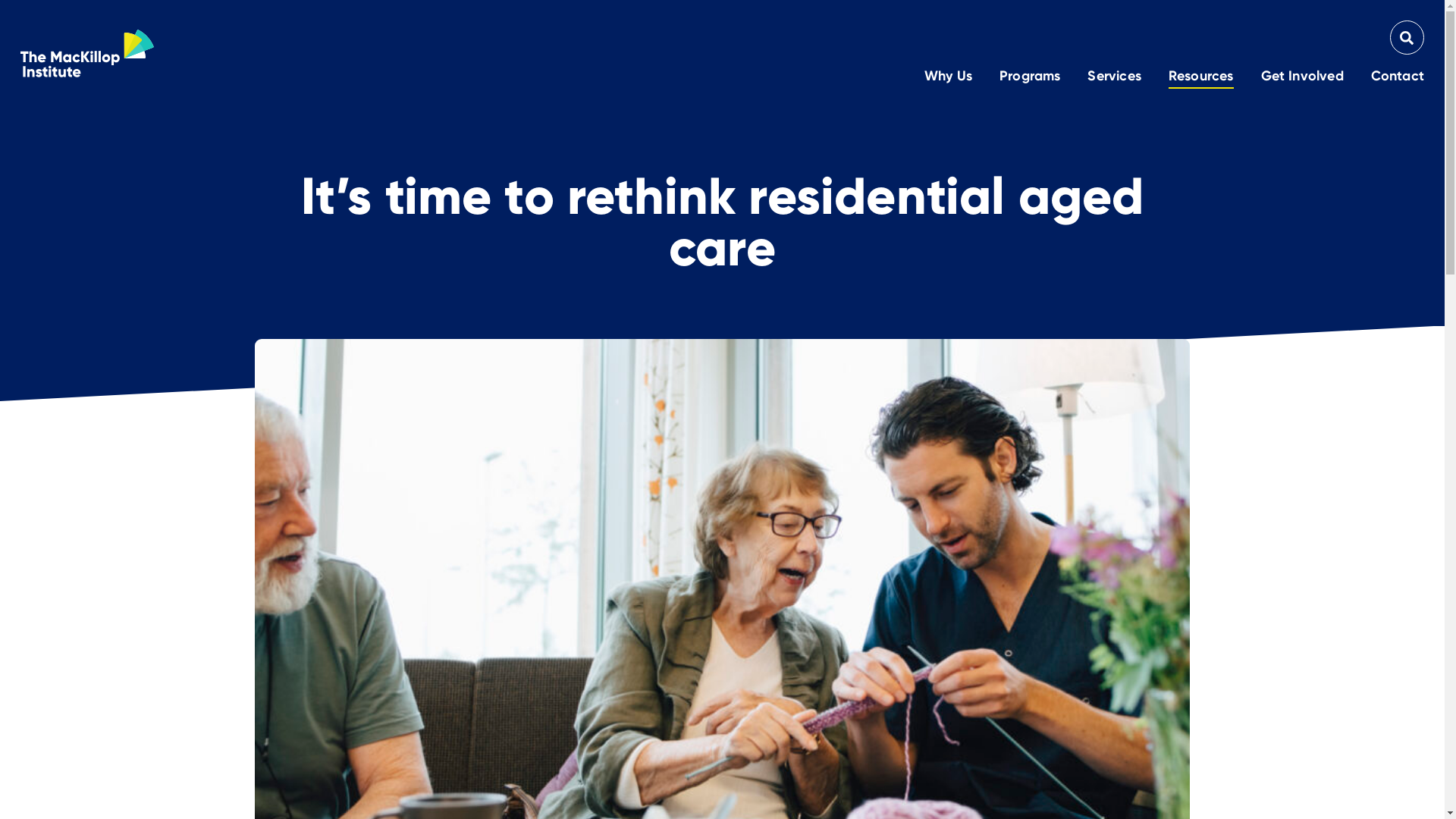 This screenshot has width=1456, height=819. I want to click on 'Why Us', so click(947, 77).